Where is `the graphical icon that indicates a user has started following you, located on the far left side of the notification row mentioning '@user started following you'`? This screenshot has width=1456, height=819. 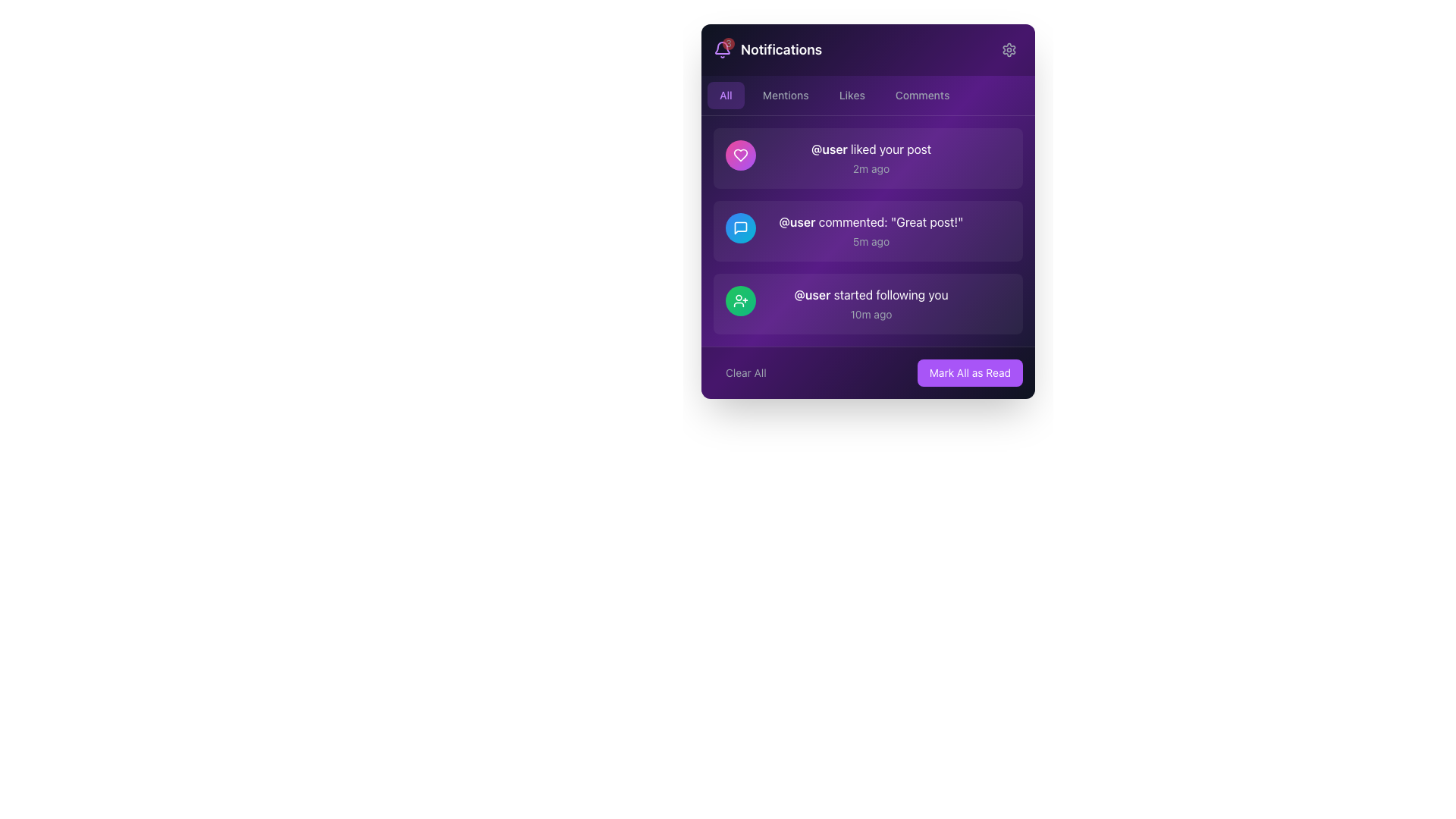
the graphical icon that indicates a user has started following you, located on the far left side of the notification row mentioning '@user started following you' is located at coordinates (741, 301).